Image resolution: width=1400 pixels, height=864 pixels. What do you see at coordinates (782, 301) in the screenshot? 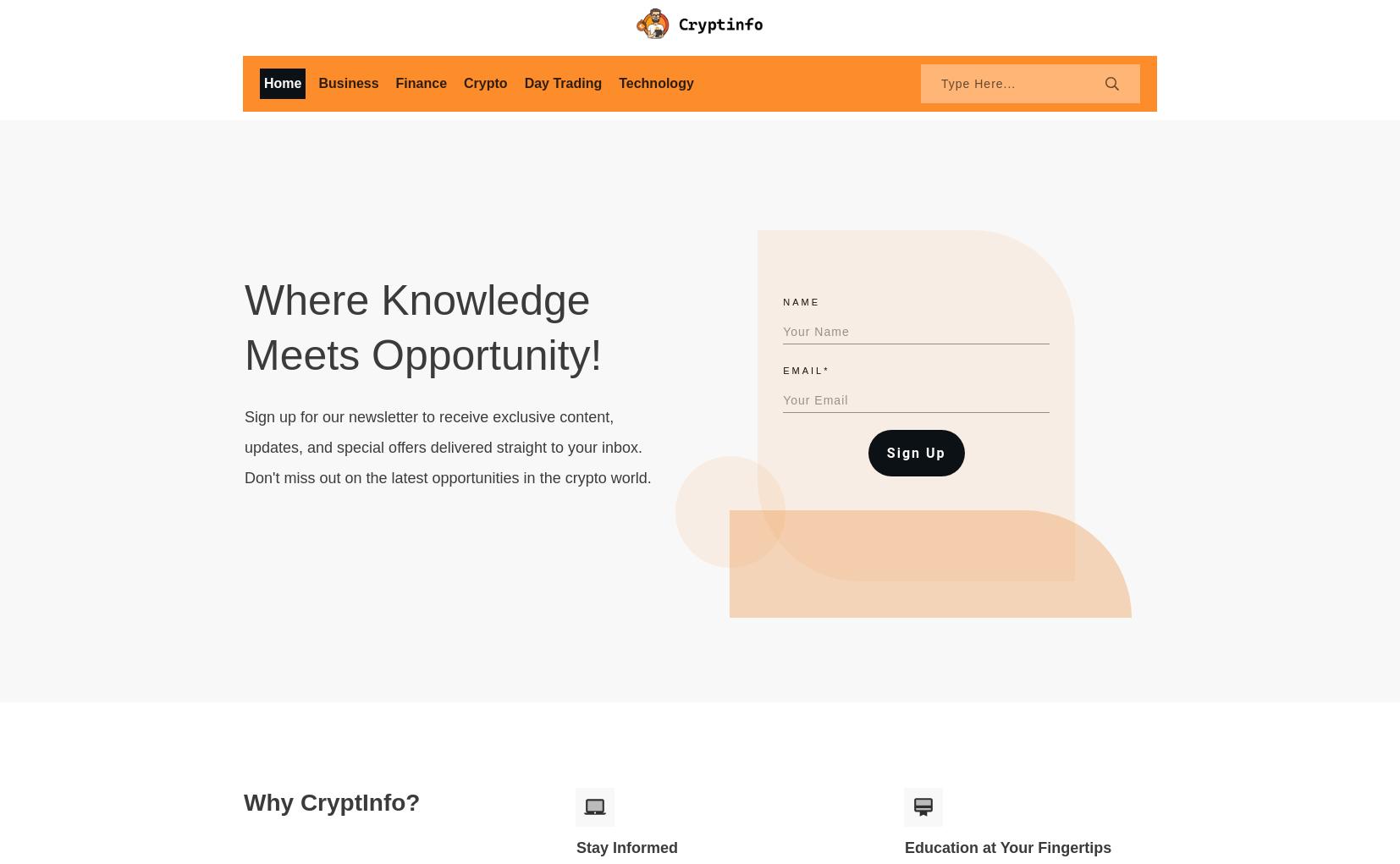
I see `'Name'` at bounding box center [782, 301].